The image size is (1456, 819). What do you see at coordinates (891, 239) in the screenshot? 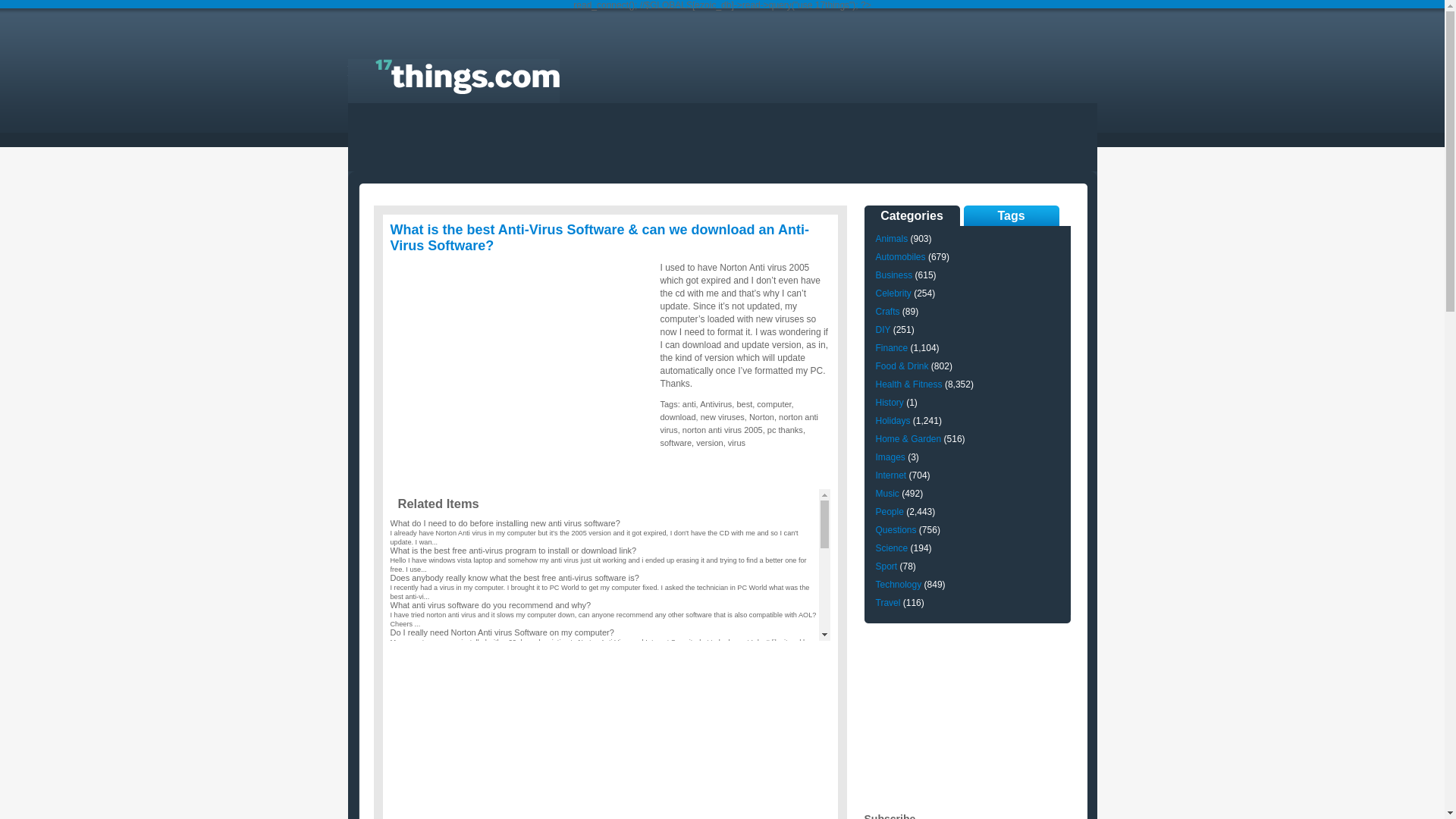
I see `'Animals'` at bounding box center [891, 239].